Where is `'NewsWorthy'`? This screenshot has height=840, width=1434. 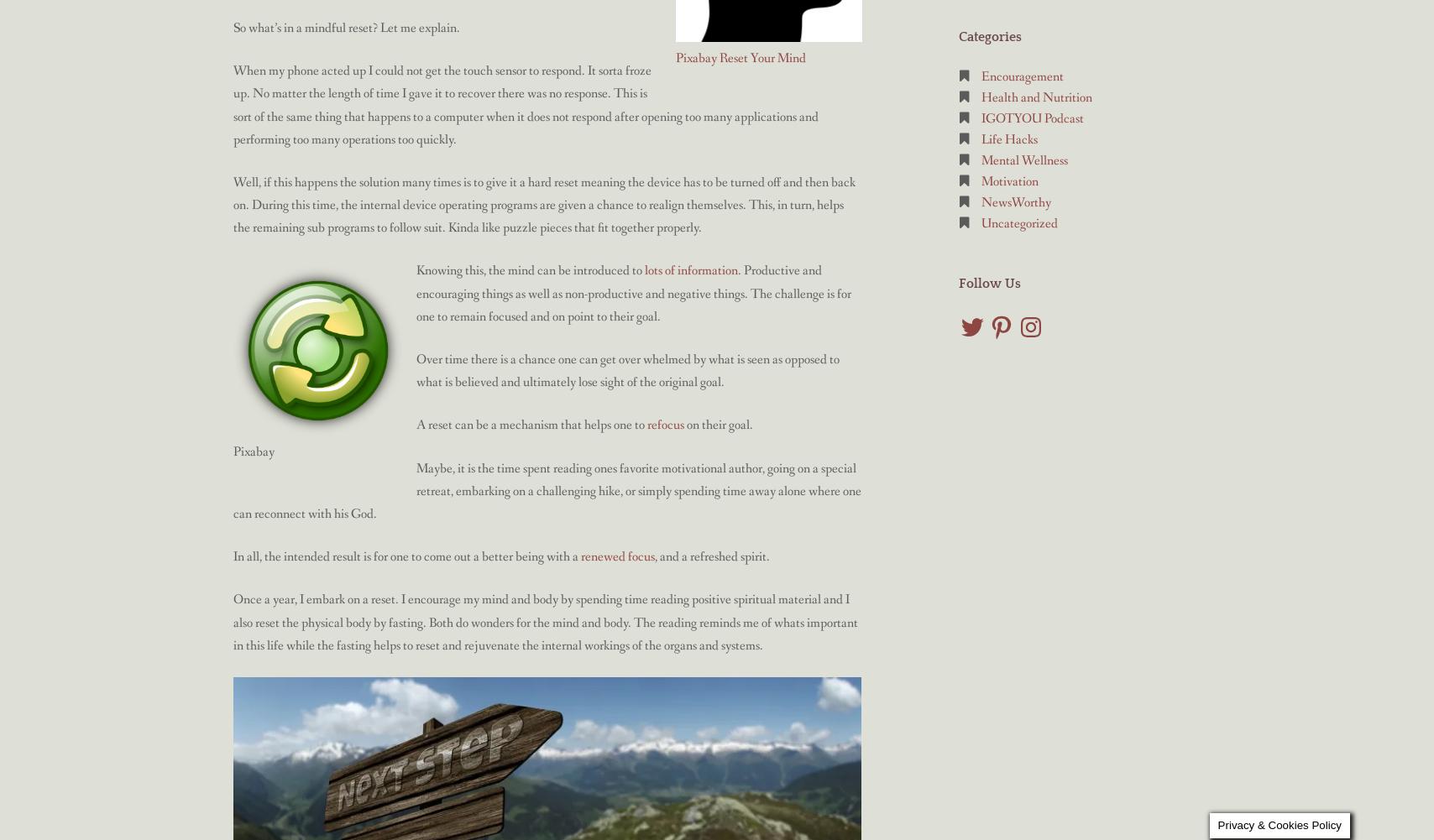
'NewsWorthy' is located at coordinates (1016, 201).